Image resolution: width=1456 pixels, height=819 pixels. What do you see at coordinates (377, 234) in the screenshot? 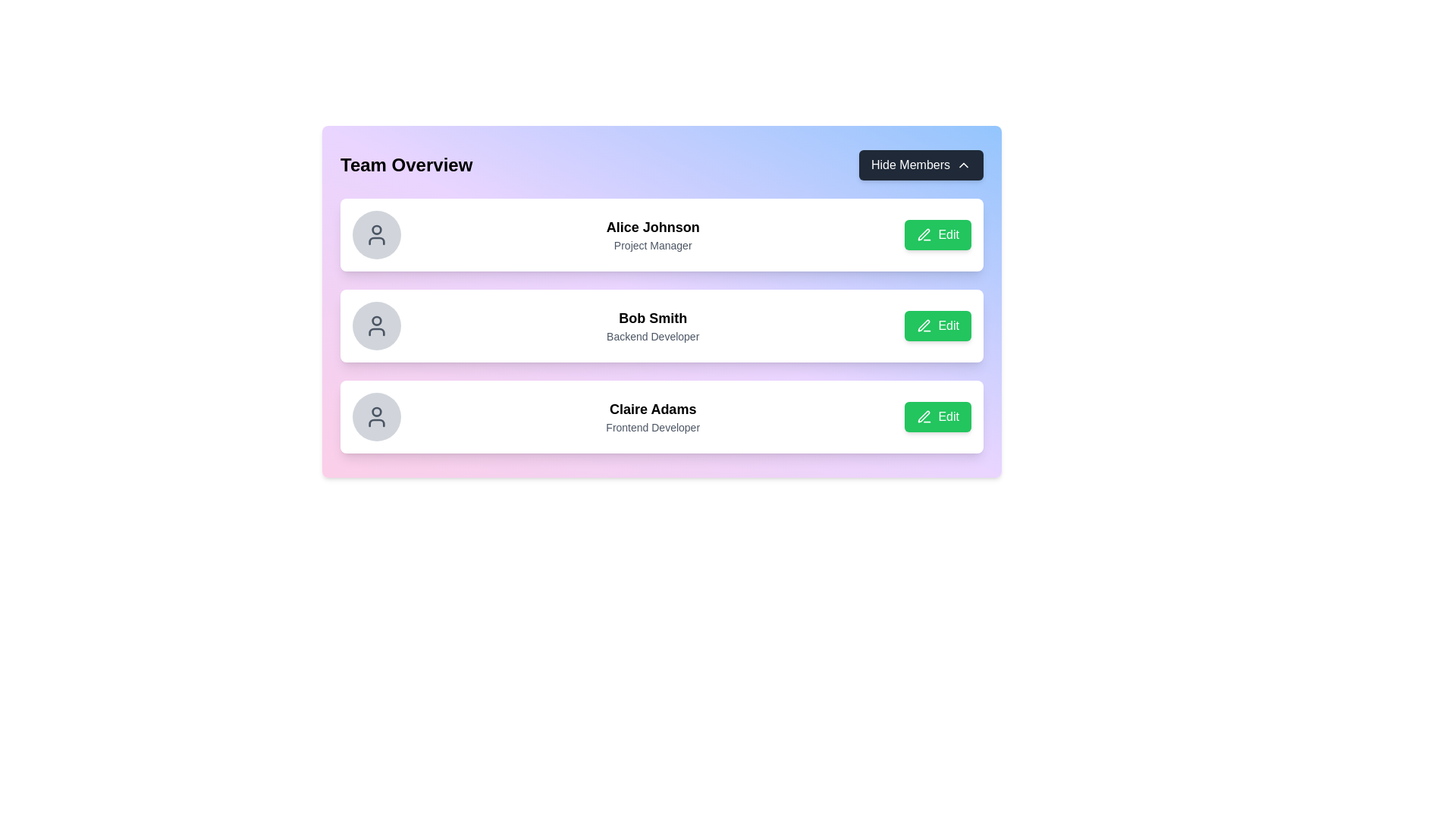
I see `the user silhouette icon representing Alice Johnson in the first row of the list, which has a light gray circular background` at bounding box center [377, 234].